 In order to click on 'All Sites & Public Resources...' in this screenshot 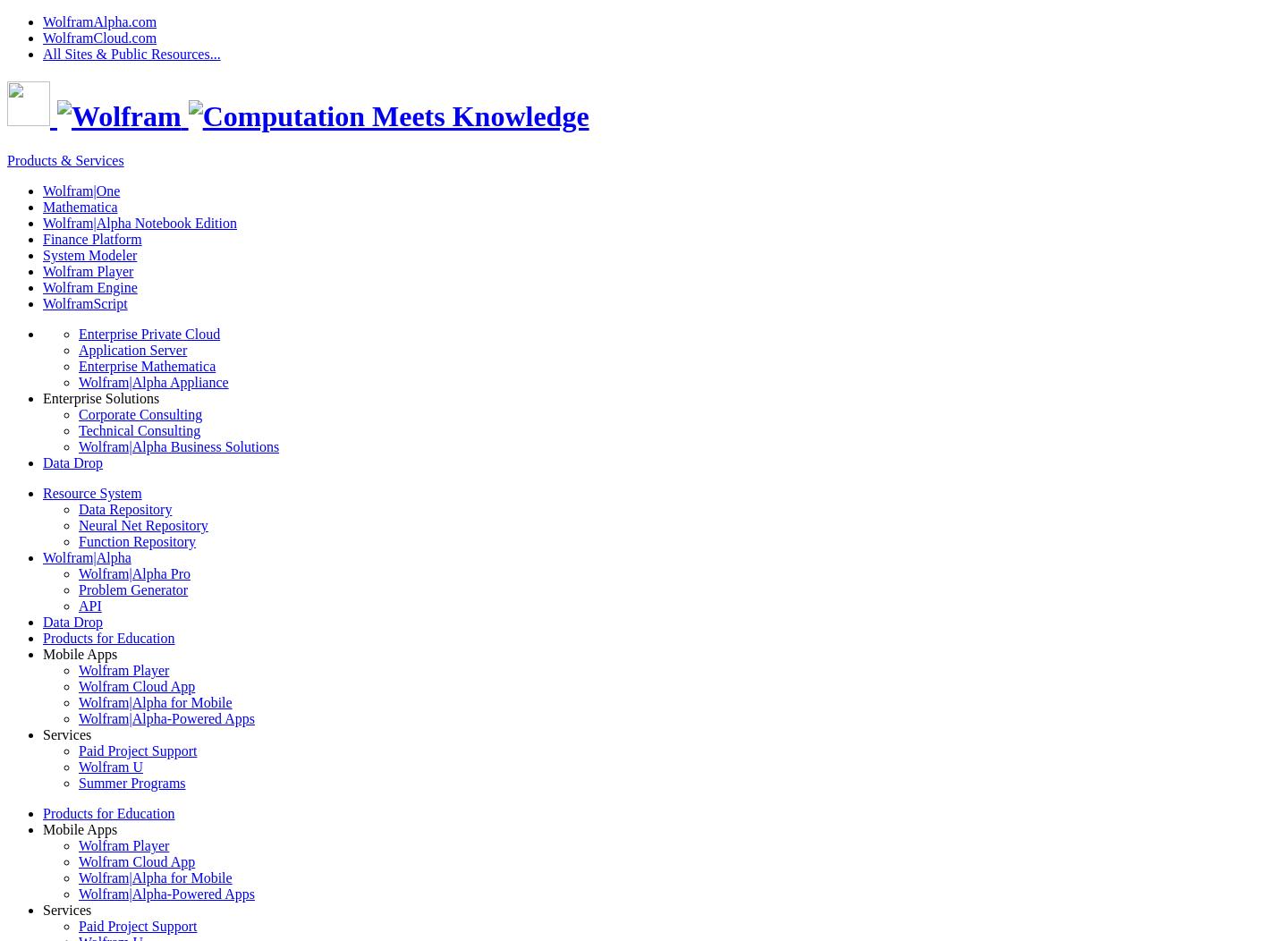, I will do `click(131, 53)`.